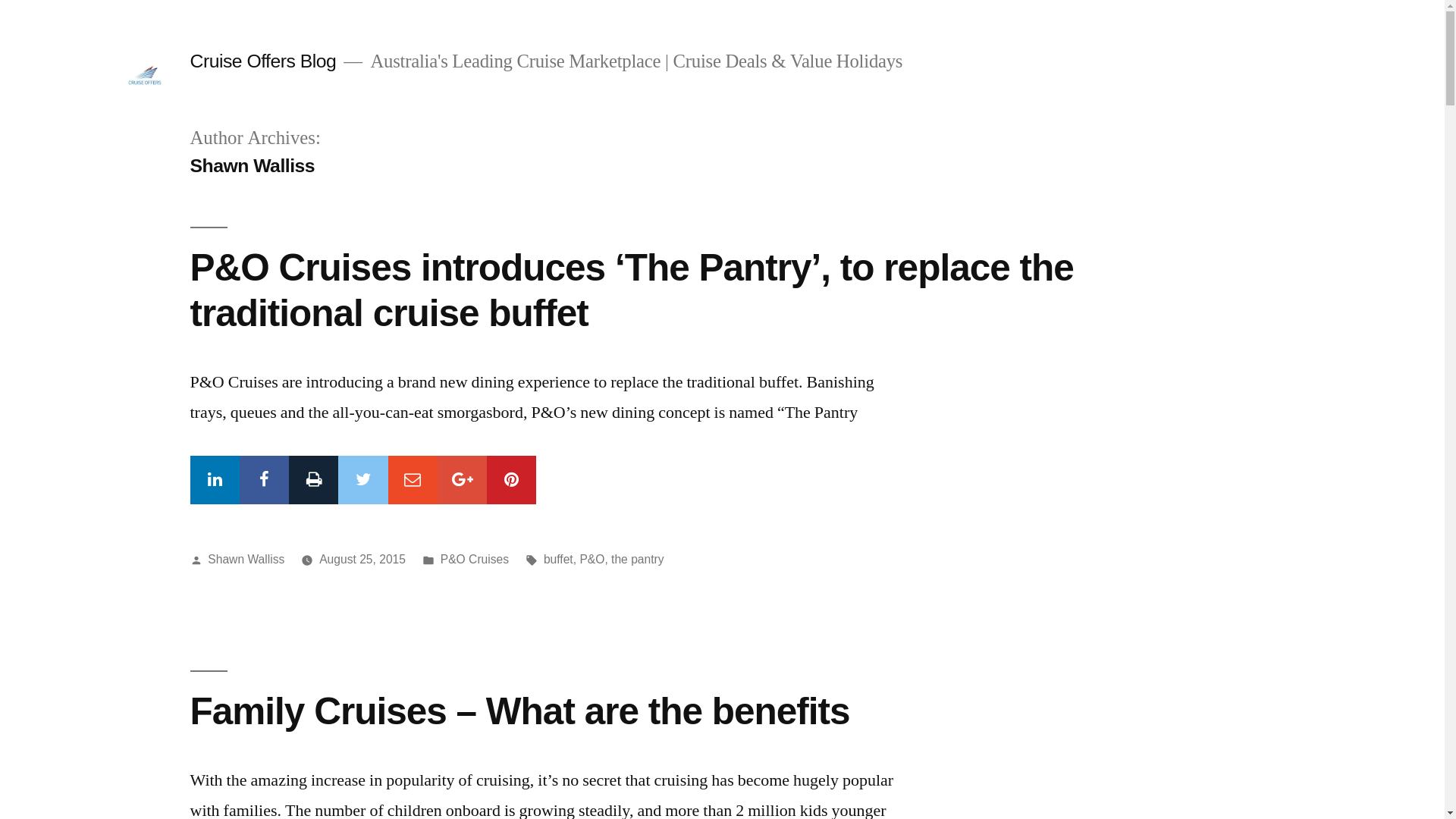  What do you see at coordinates (487, 479) in the screenshot?
I see `'Pinterest'` at bounding box center [487, 479].